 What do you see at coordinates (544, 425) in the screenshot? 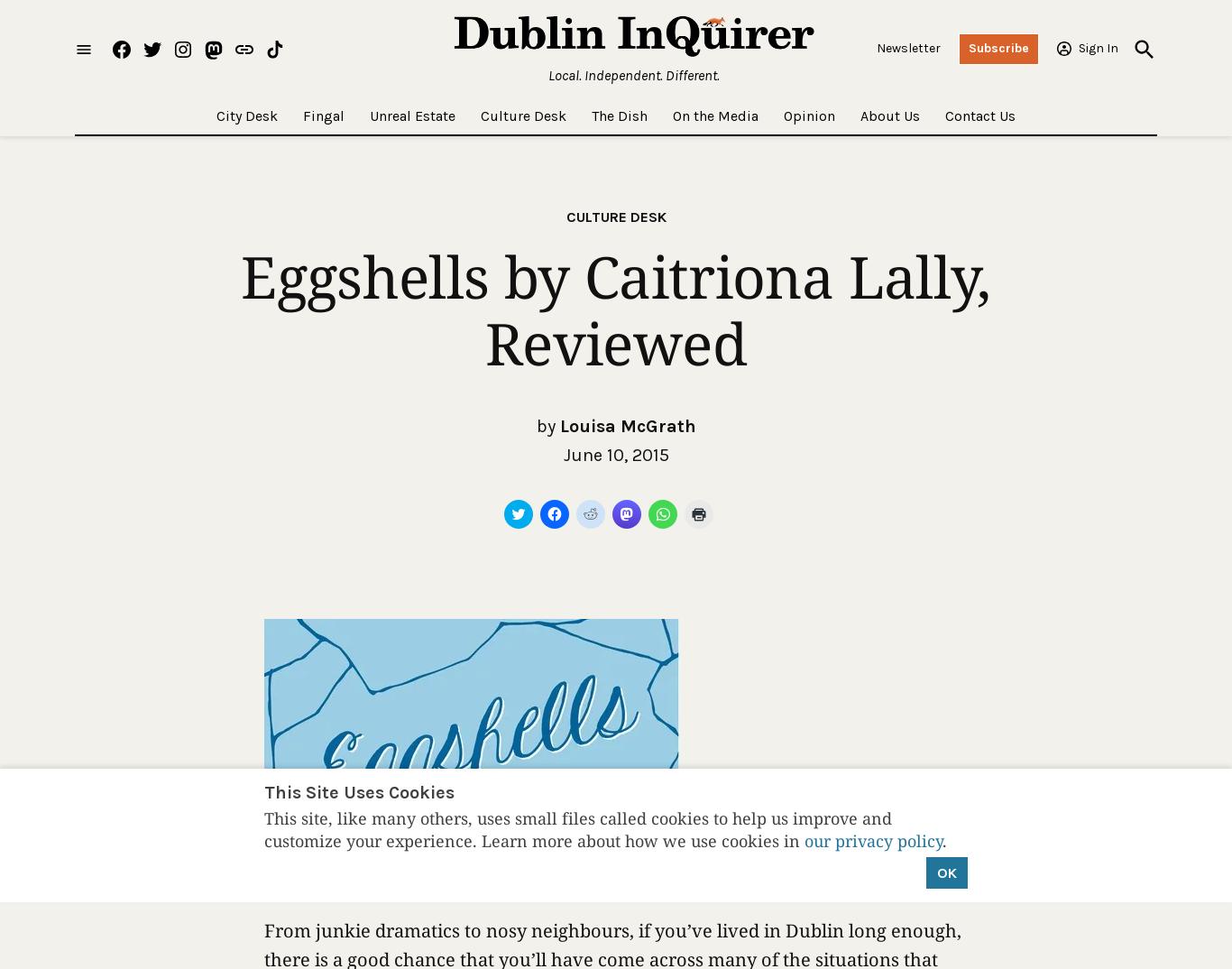
I see `'by'` at bounding box center [544, 425].